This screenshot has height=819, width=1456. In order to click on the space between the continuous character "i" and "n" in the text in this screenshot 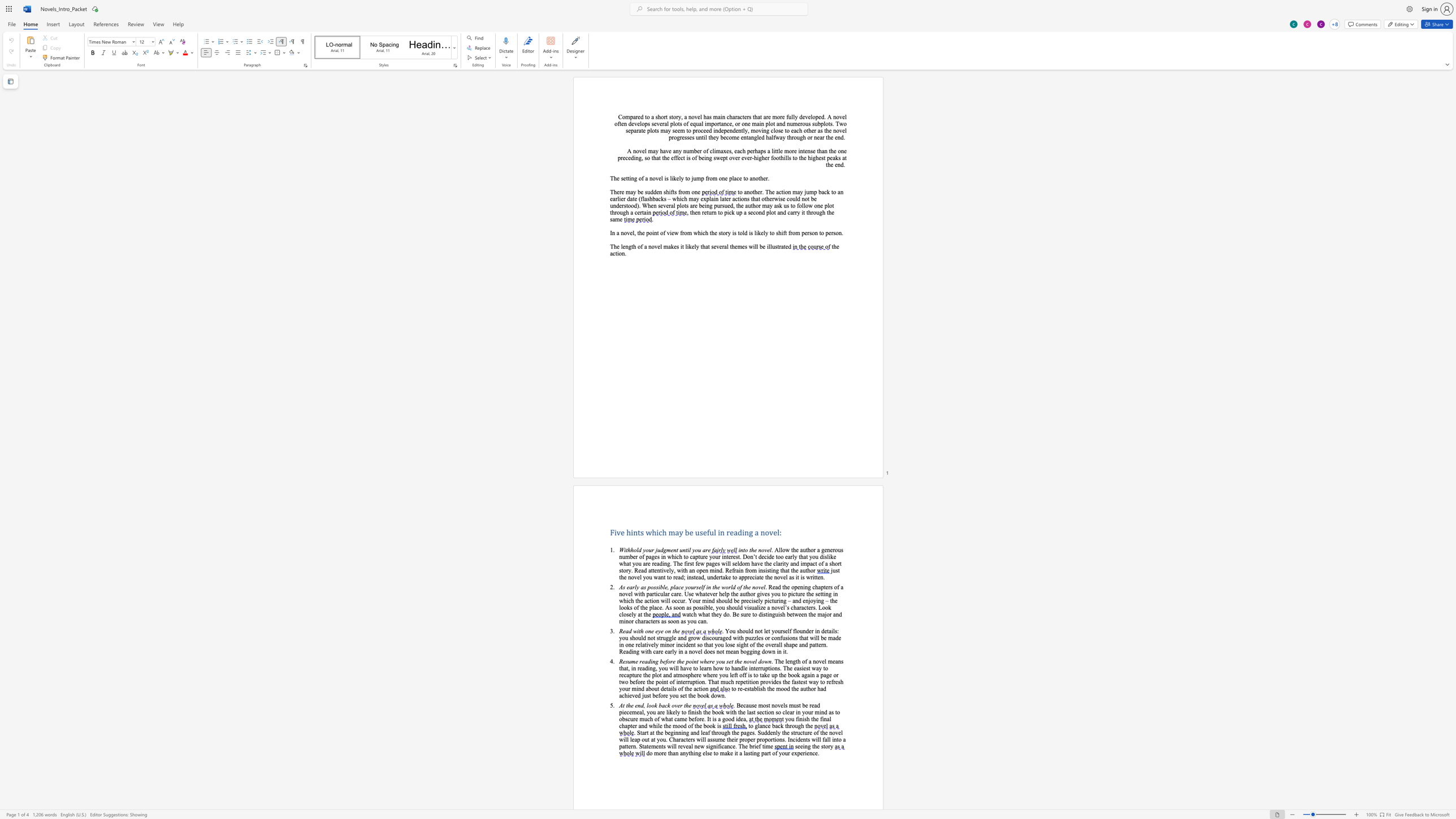, I will do `click(740, 549)`.